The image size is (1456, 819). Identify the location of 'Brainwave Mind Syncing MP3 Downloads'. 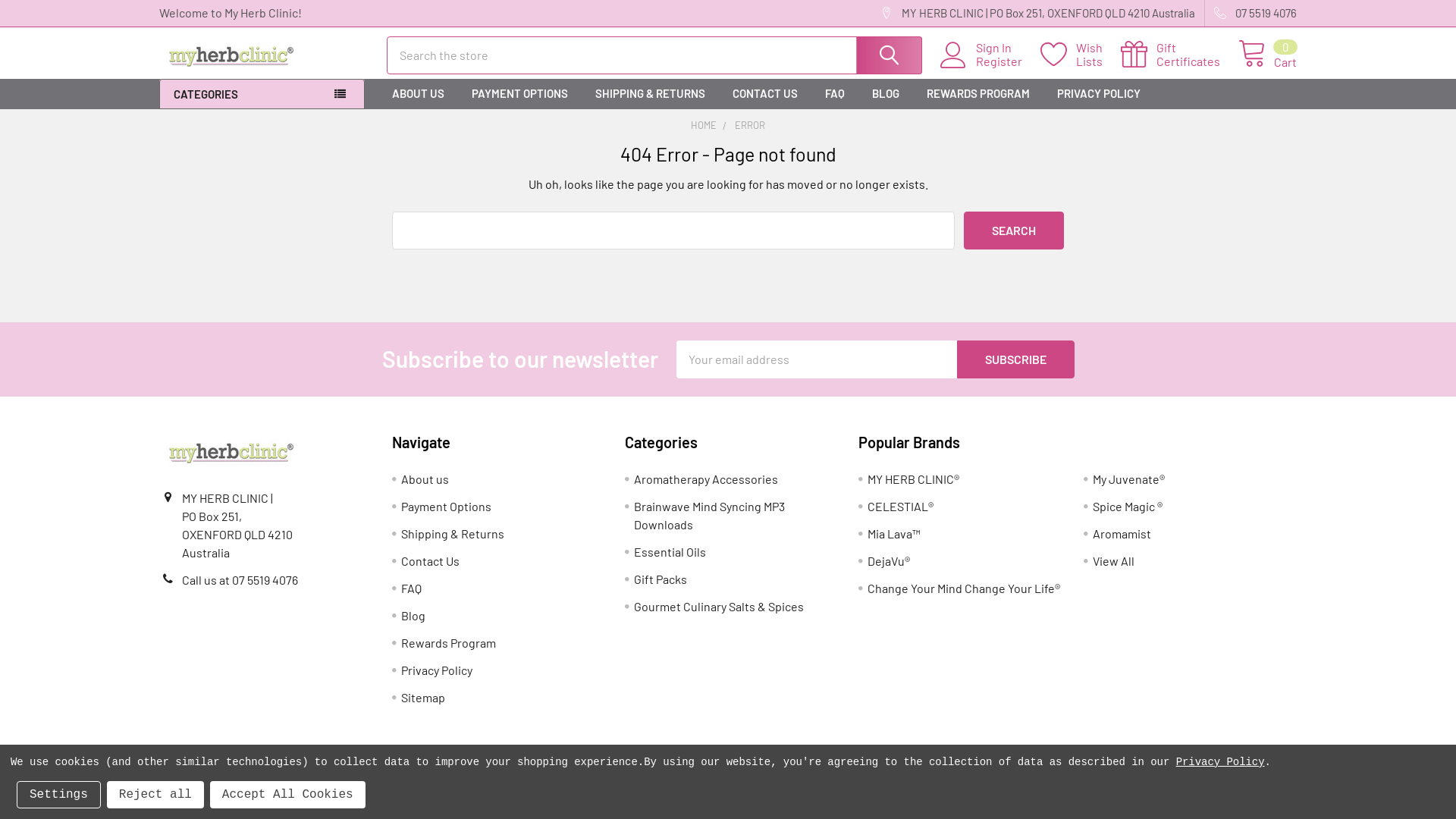
(708, 514).